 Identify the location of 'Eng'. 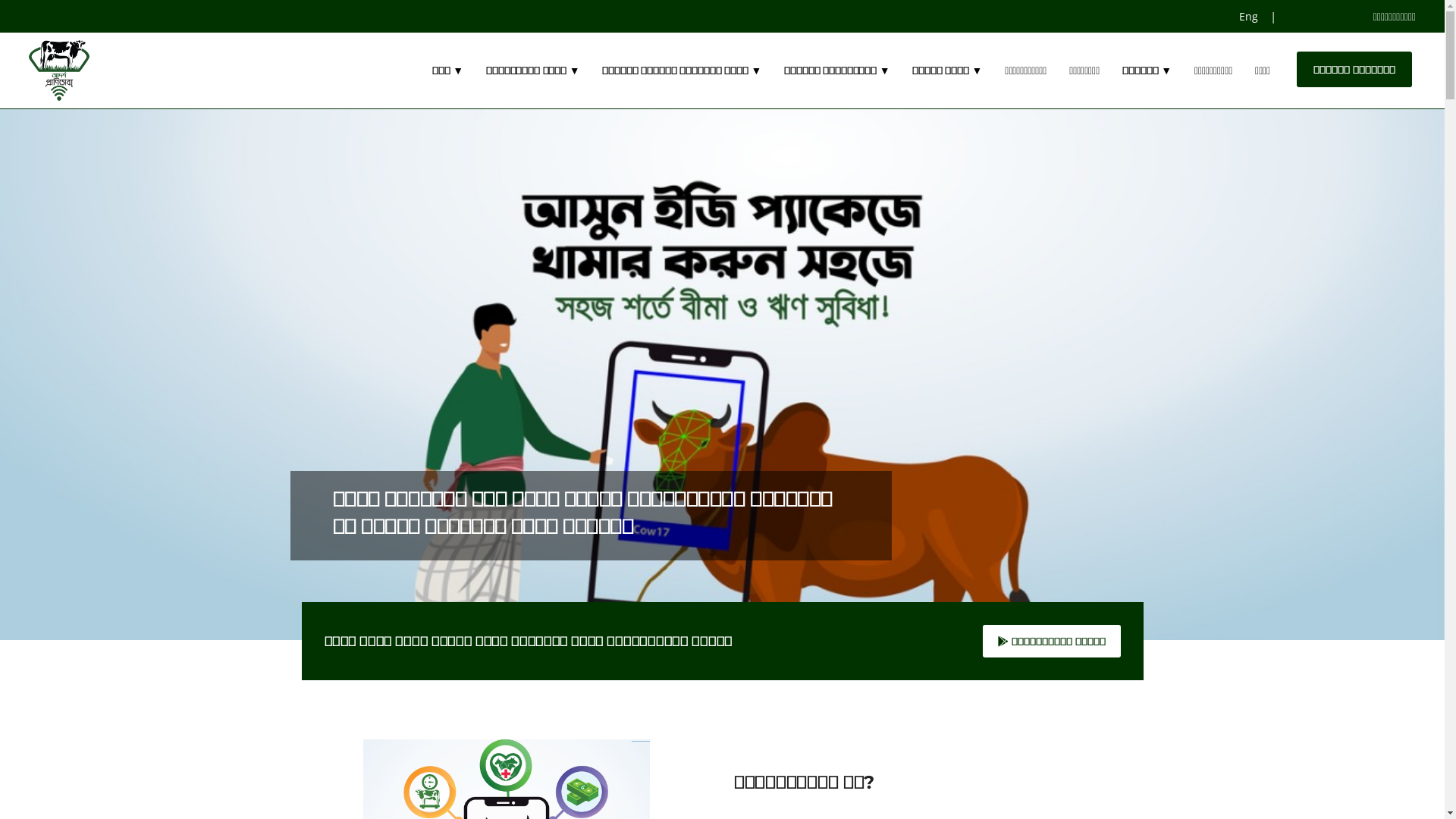
(1250, 16).